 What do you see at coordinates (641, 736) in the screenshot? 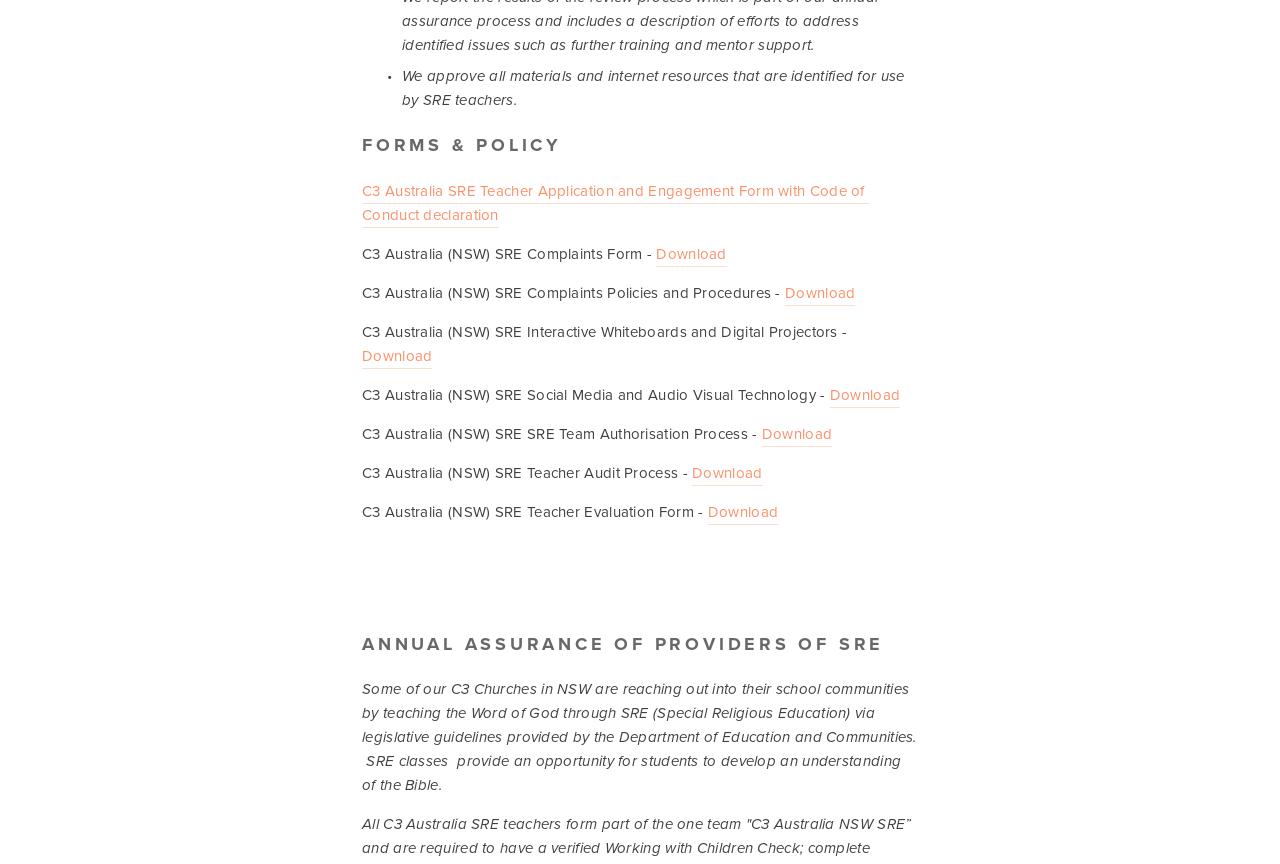
I see `'Some of our C3 Churches in NSW are reaching out into their school communities by teaching the Word of God through SRE (Special Religious Education) via legislative guidelines provided by the Department of Education and Communities.  SRE classes  provide an opportunity for students to develop an understanding of the Bible.'` at bounding box center [641, 736].